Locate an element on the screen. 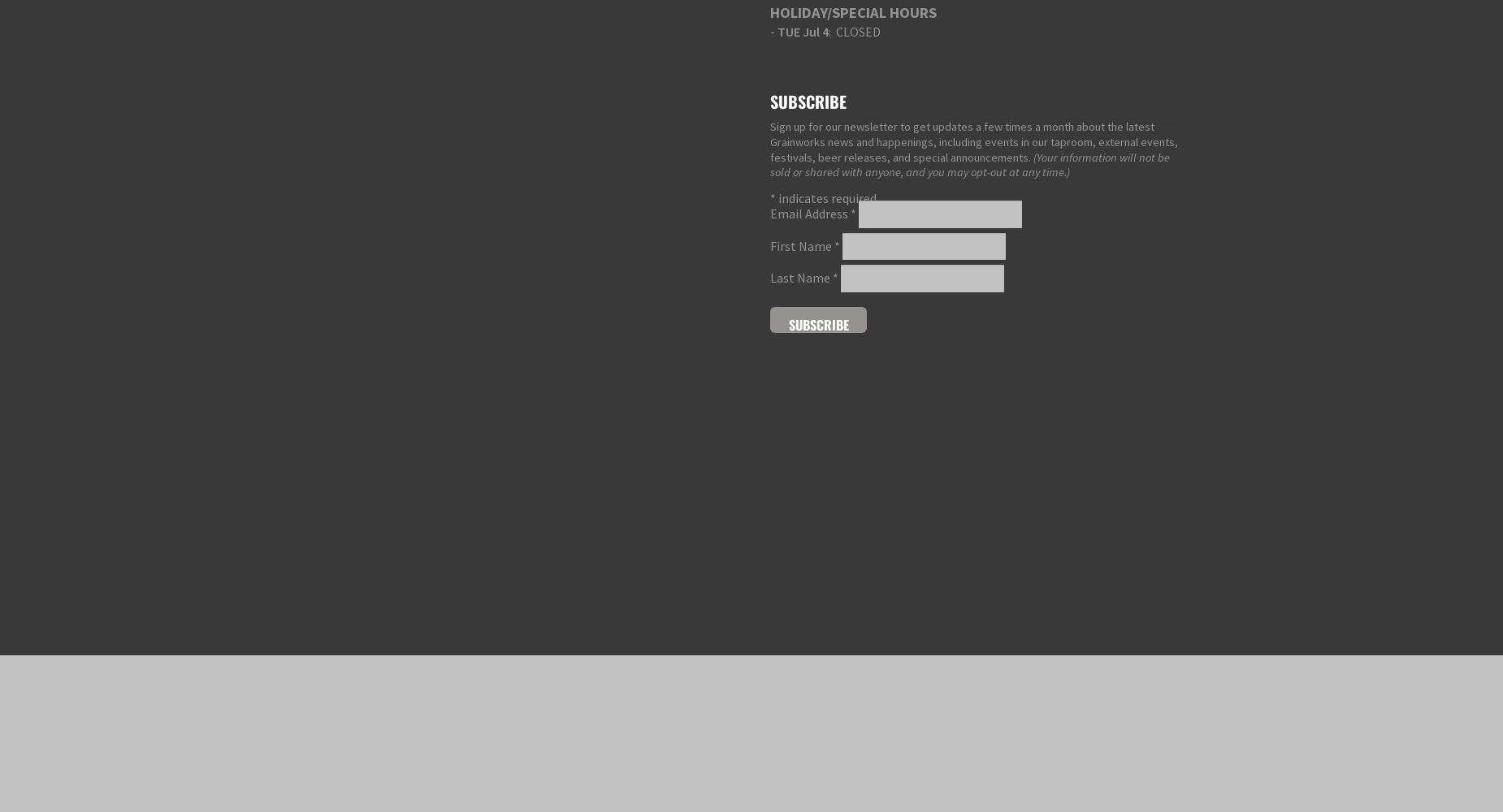 The width and height of the screenshot is (1503, 812). '-' is located at coordinates (773, 32).